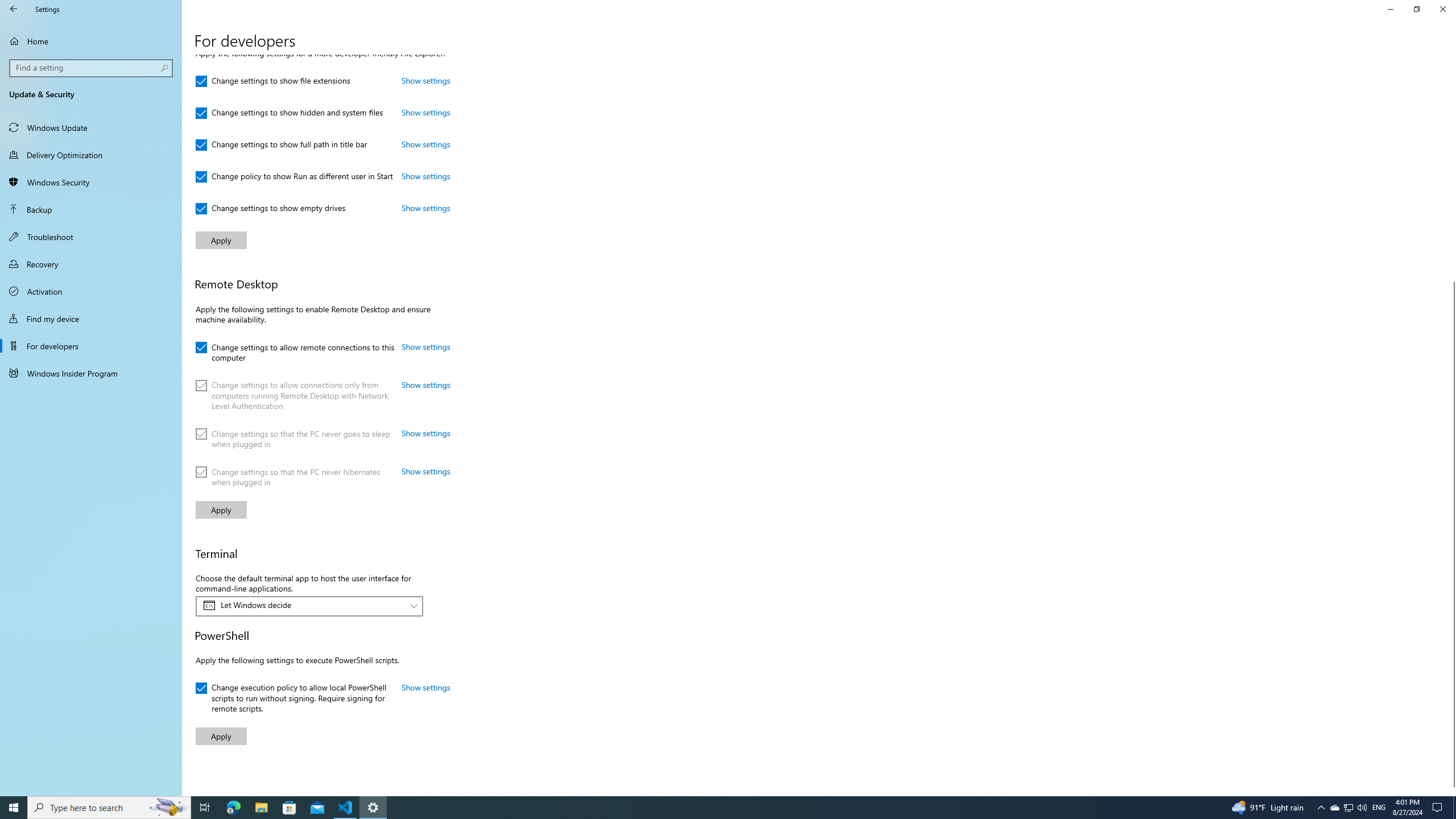 The width and height of the screenshot is (1456, 819). What do you see at coordinates (273, 80) in the screenshot?
I see `'Change settings to show file extensions'` at bounding box center [273, 80].